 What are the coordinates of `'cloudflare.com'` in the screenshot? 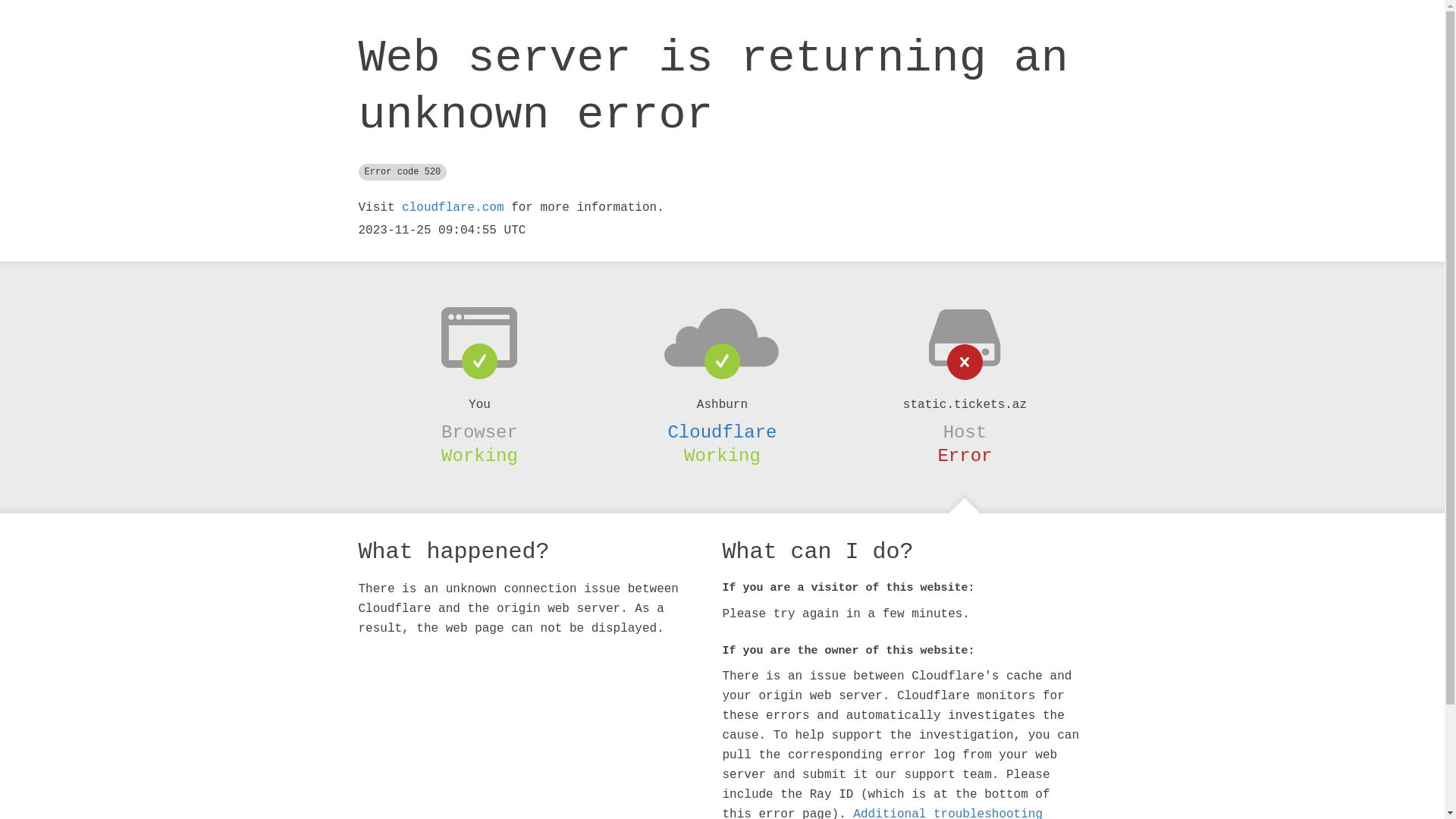 It's located at (451, 207).